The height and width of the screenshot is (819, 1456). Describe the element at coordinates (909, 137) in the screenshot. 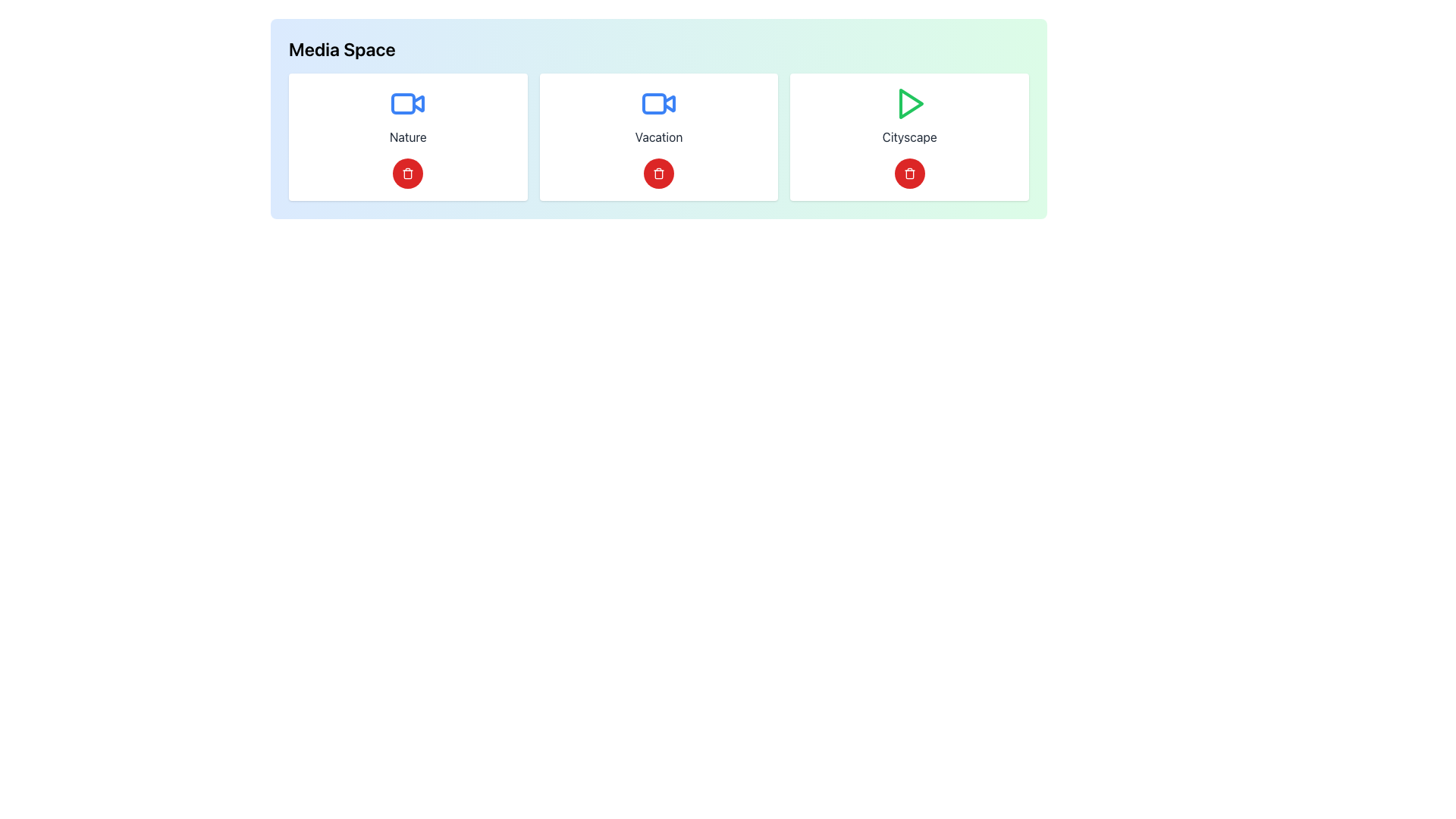

I see `the 'Cityscape' card component located in the grid layout` at that location.